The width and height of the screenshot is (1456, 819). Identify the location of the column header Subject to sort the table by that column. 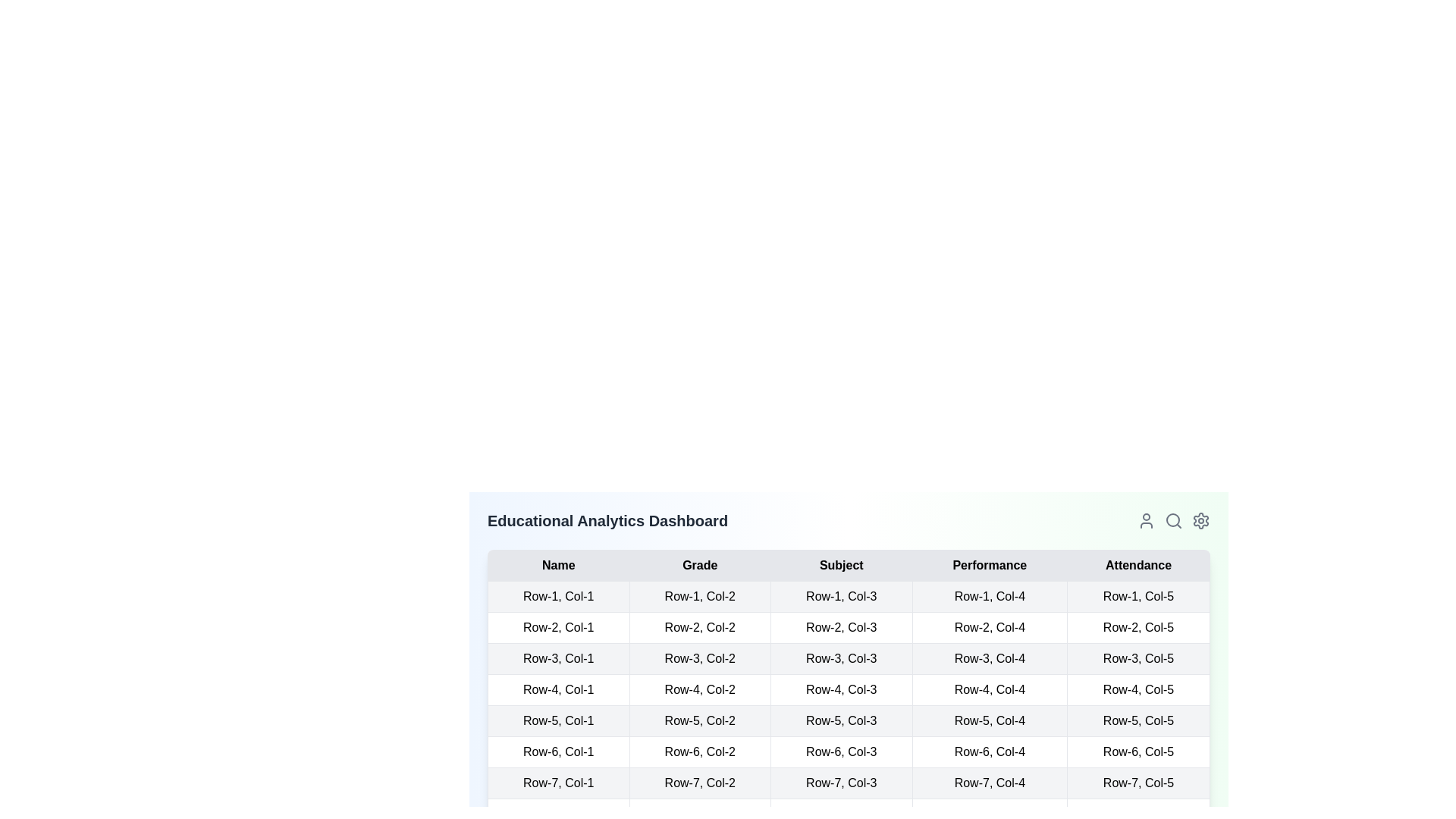
(840, 565).